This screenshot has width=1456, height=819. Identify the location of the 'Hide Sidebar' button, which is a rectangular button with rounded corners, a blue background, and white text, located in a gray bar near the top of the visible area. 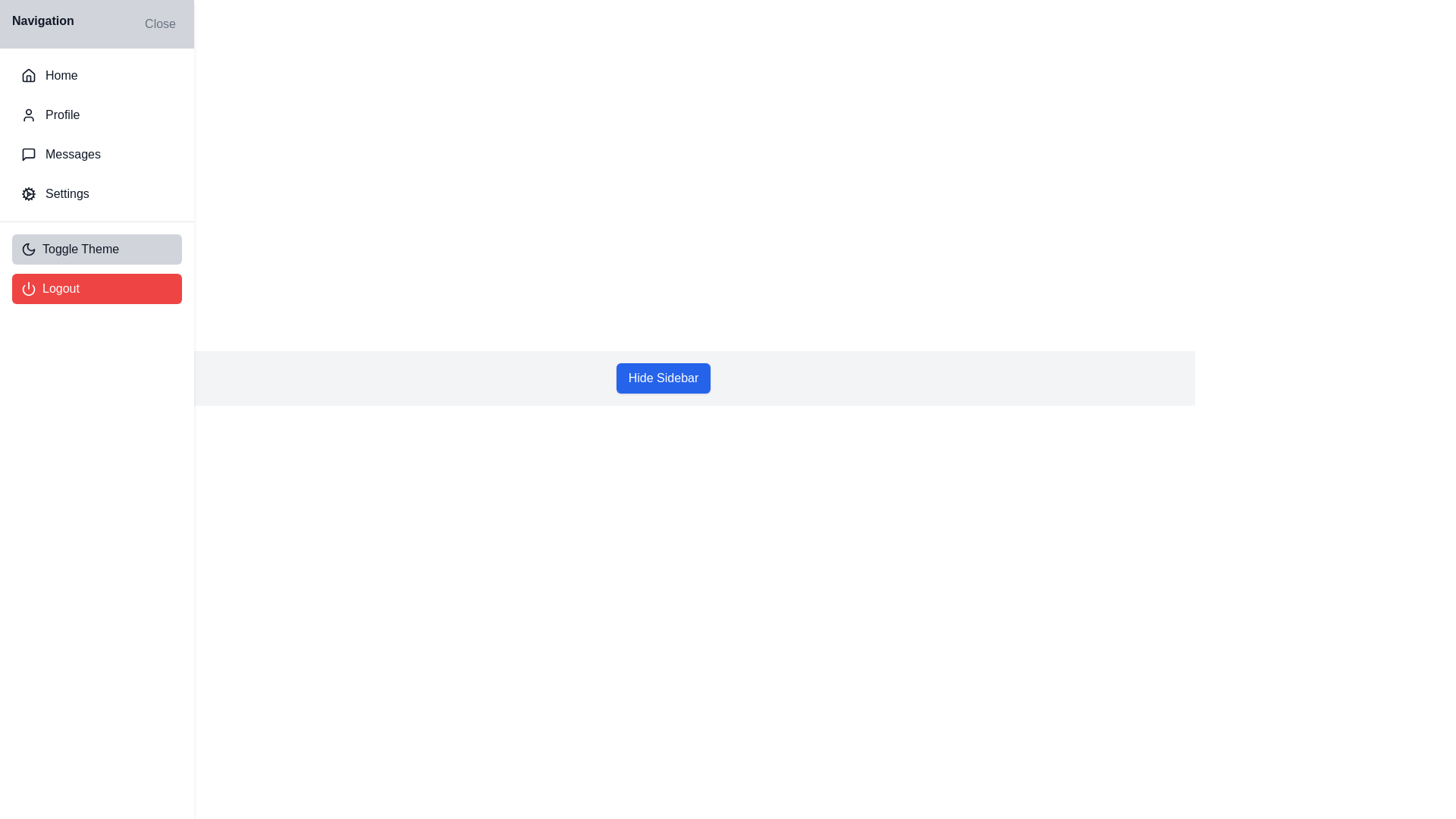
(663, 377).